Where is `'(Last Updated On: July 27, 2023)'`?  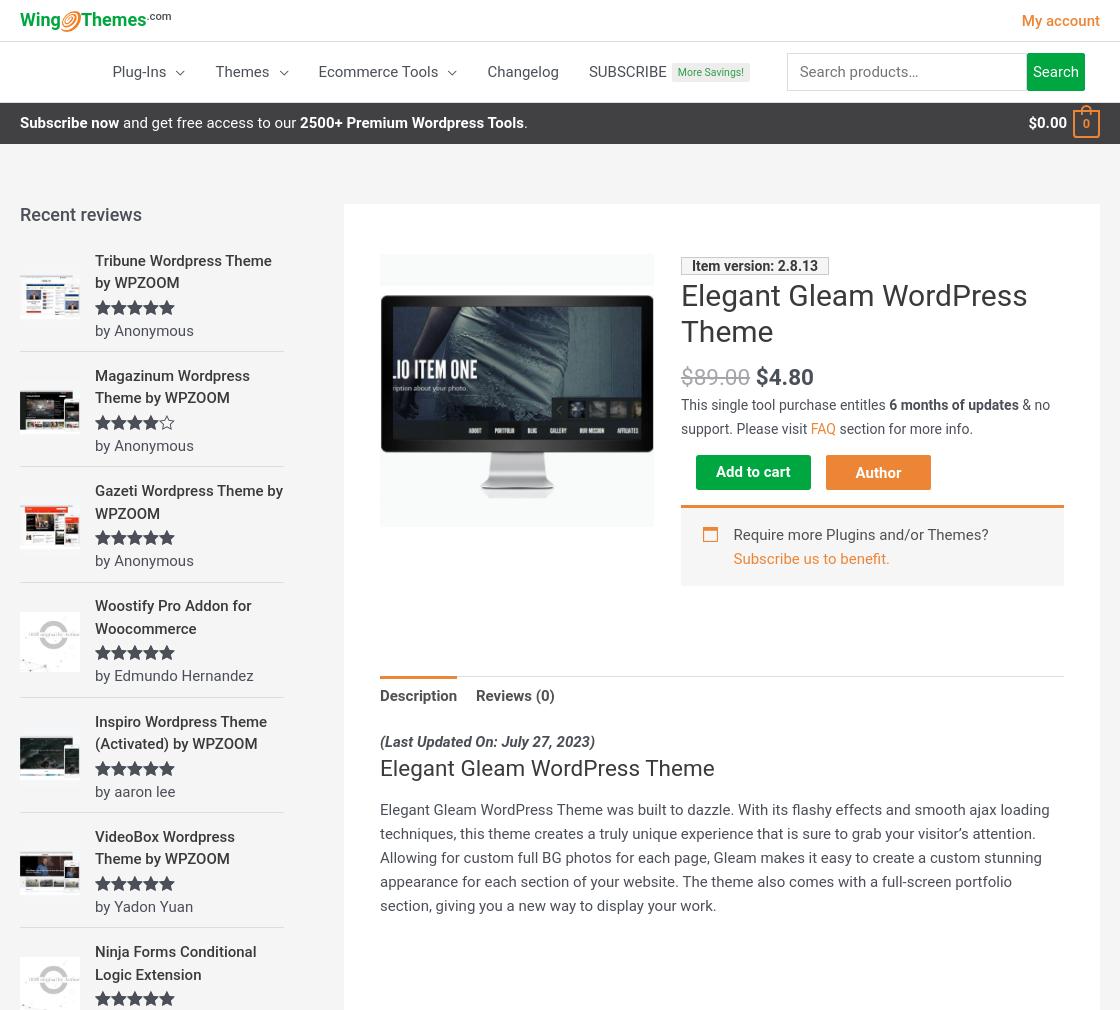
'(Last Updated On: July 27, 2023)' is located at coordinates (380, 741).